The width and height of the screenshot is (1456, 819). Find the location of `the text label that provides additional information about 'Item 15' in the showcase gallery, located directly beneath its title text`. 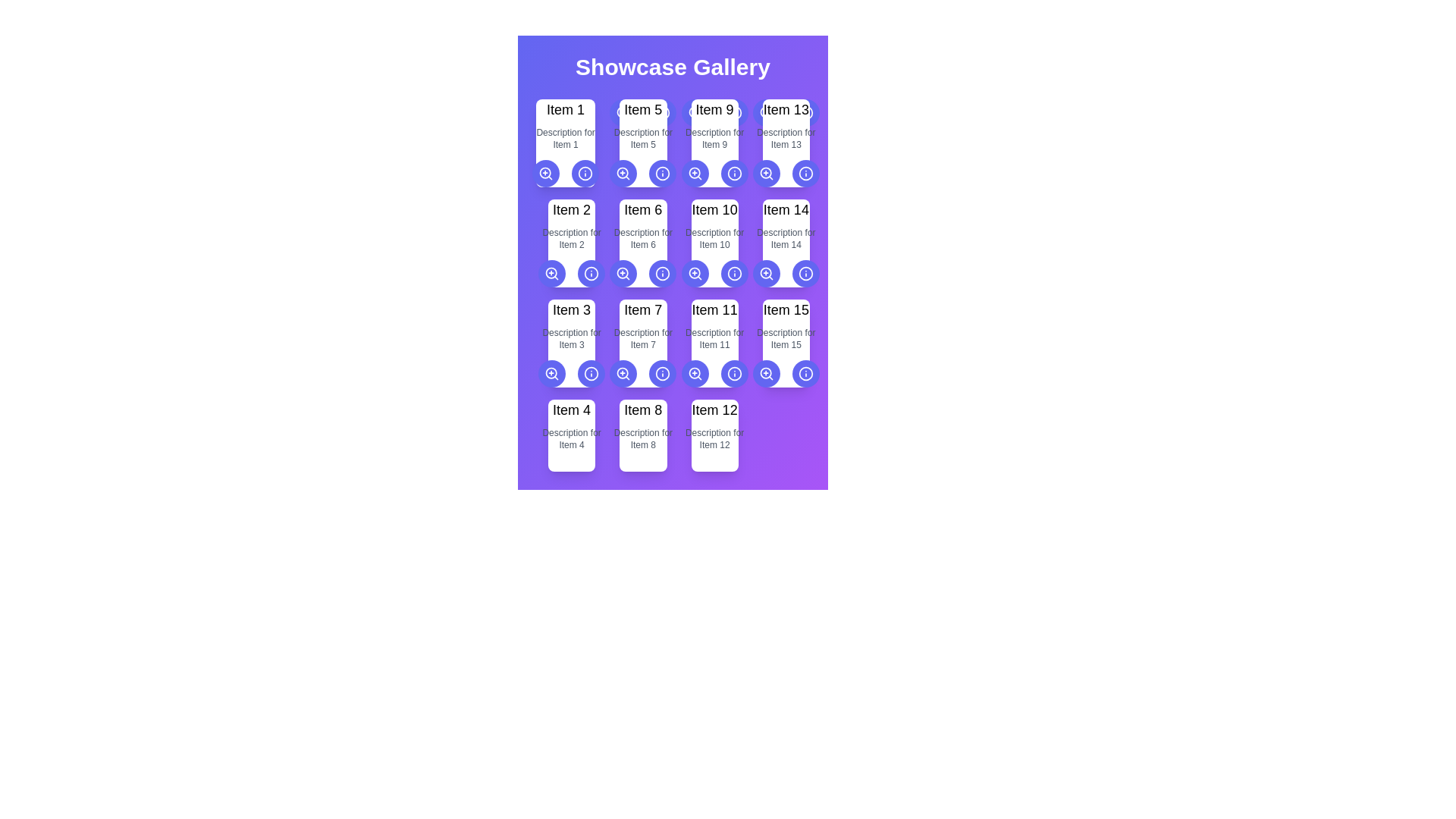

the text label that provides additional information about 'Item 15' in the showcase gallery, located directly beneath its title text is located at coordinates (786, 338).